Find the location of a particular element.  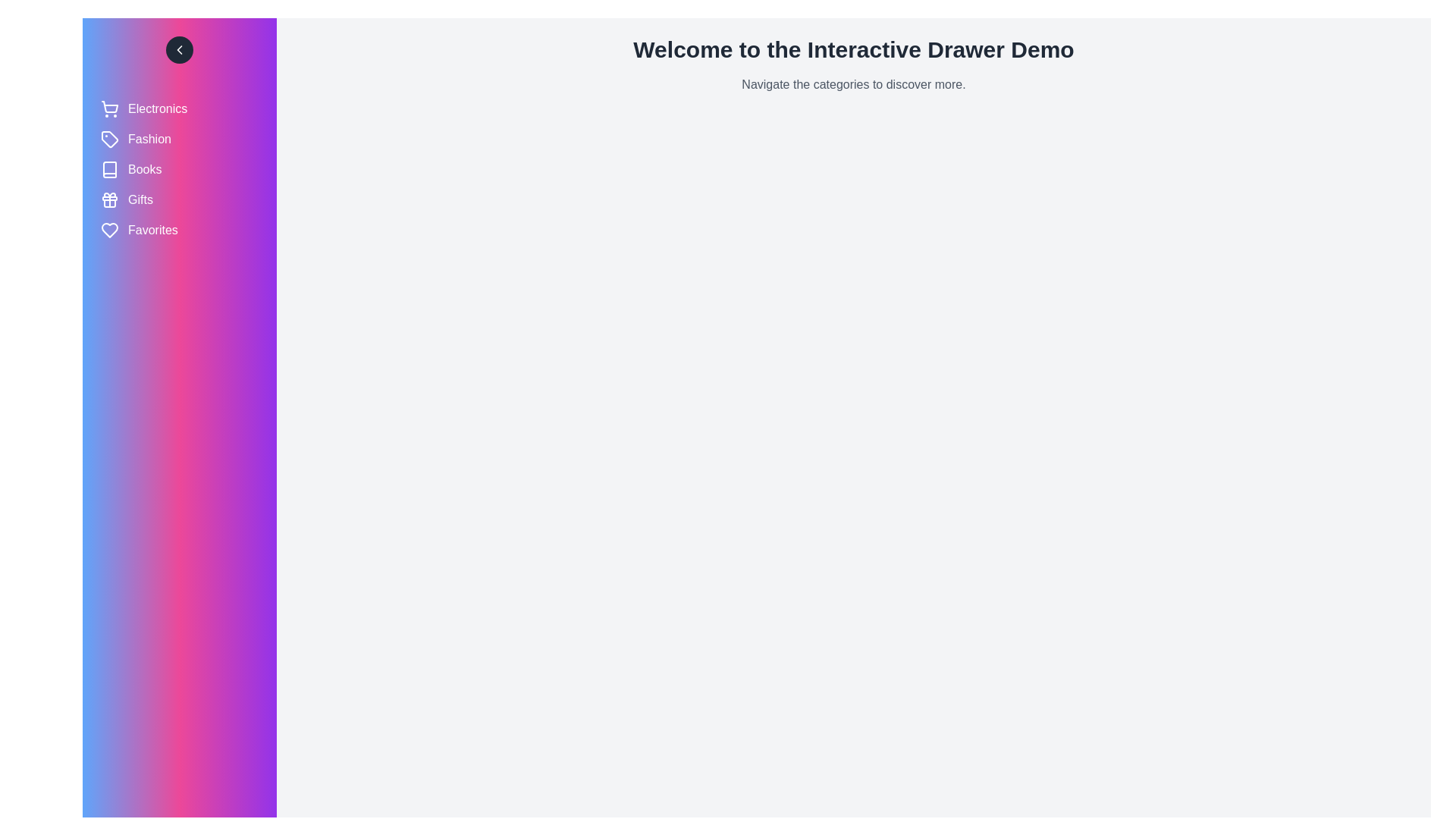

the category Books to observe its hover effect is located at coordinates (179, 169).